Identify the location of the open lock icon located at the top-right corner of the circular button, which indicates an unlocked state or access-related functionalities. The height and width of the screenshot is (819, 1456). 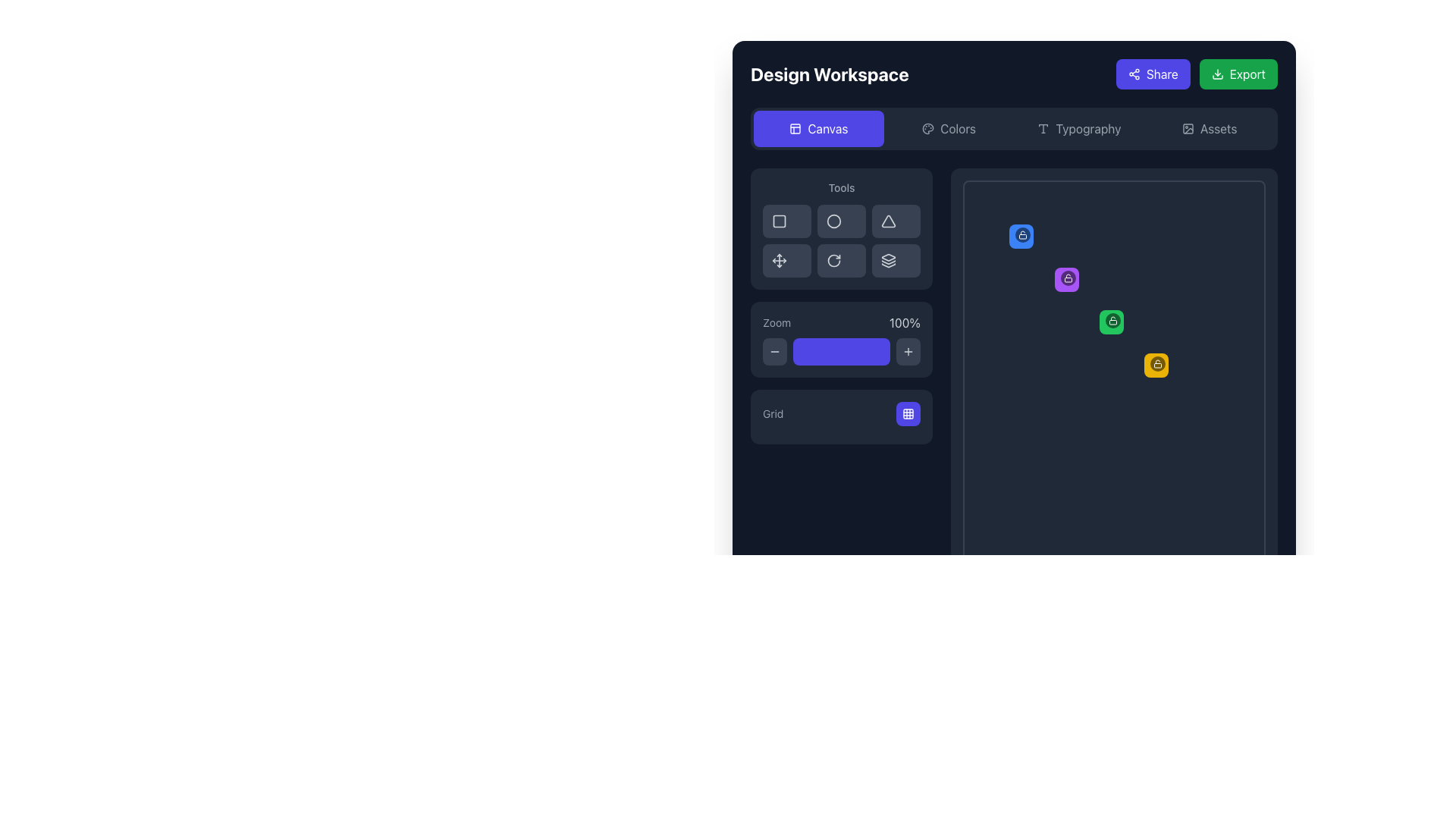
(1156, 362).